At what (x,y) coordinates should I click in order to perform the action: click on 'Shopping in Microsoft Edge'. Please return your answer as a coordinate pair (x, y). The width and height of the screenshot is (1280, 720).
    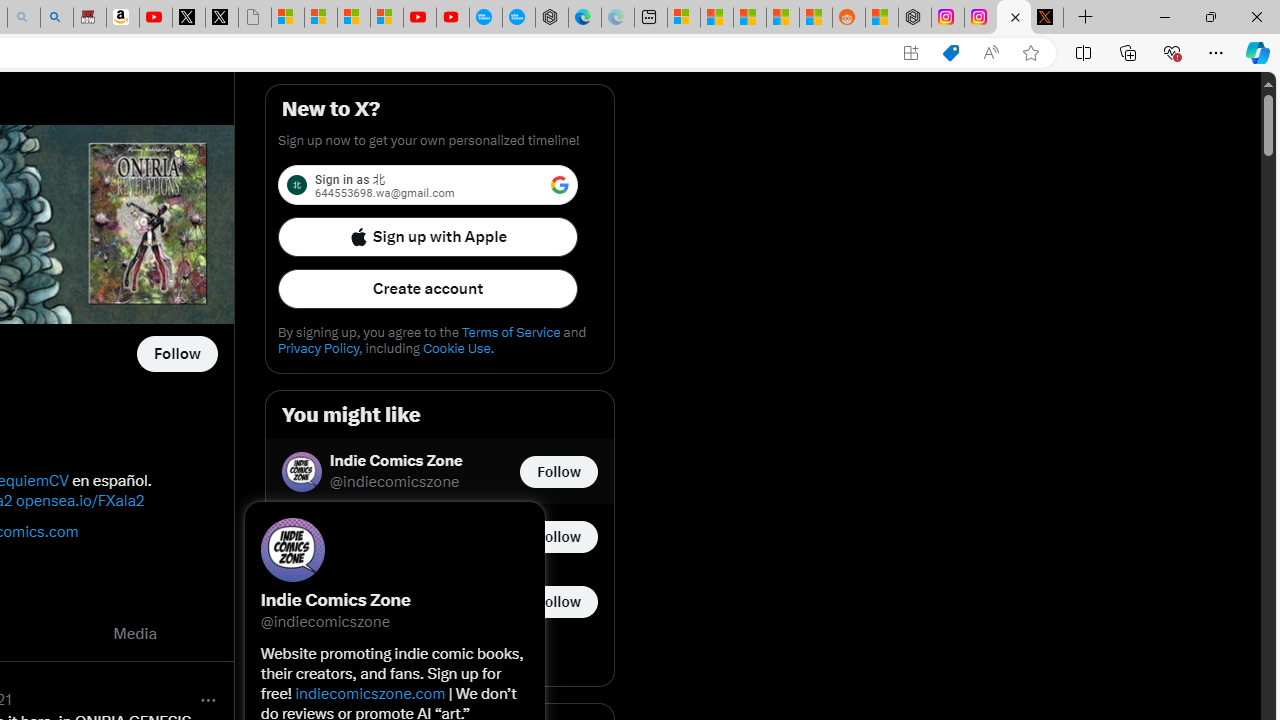
    Looking at the image, I should click on (950, 52).